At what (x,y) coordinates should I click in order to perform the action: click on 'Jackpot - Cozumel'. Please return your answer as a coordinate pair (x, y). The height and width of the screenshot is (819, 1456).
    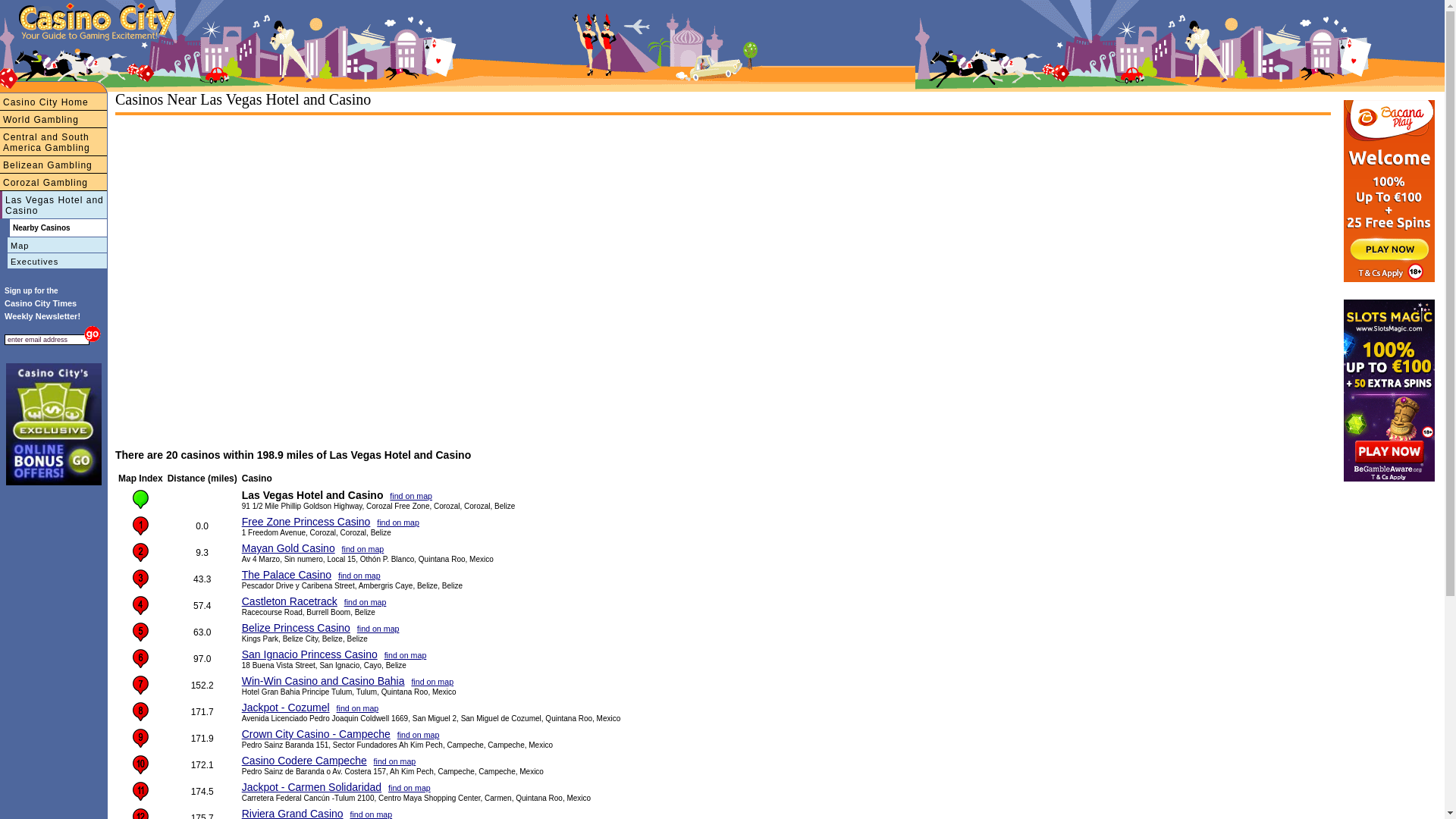
    Looking at the image, I should click on (286, 708).